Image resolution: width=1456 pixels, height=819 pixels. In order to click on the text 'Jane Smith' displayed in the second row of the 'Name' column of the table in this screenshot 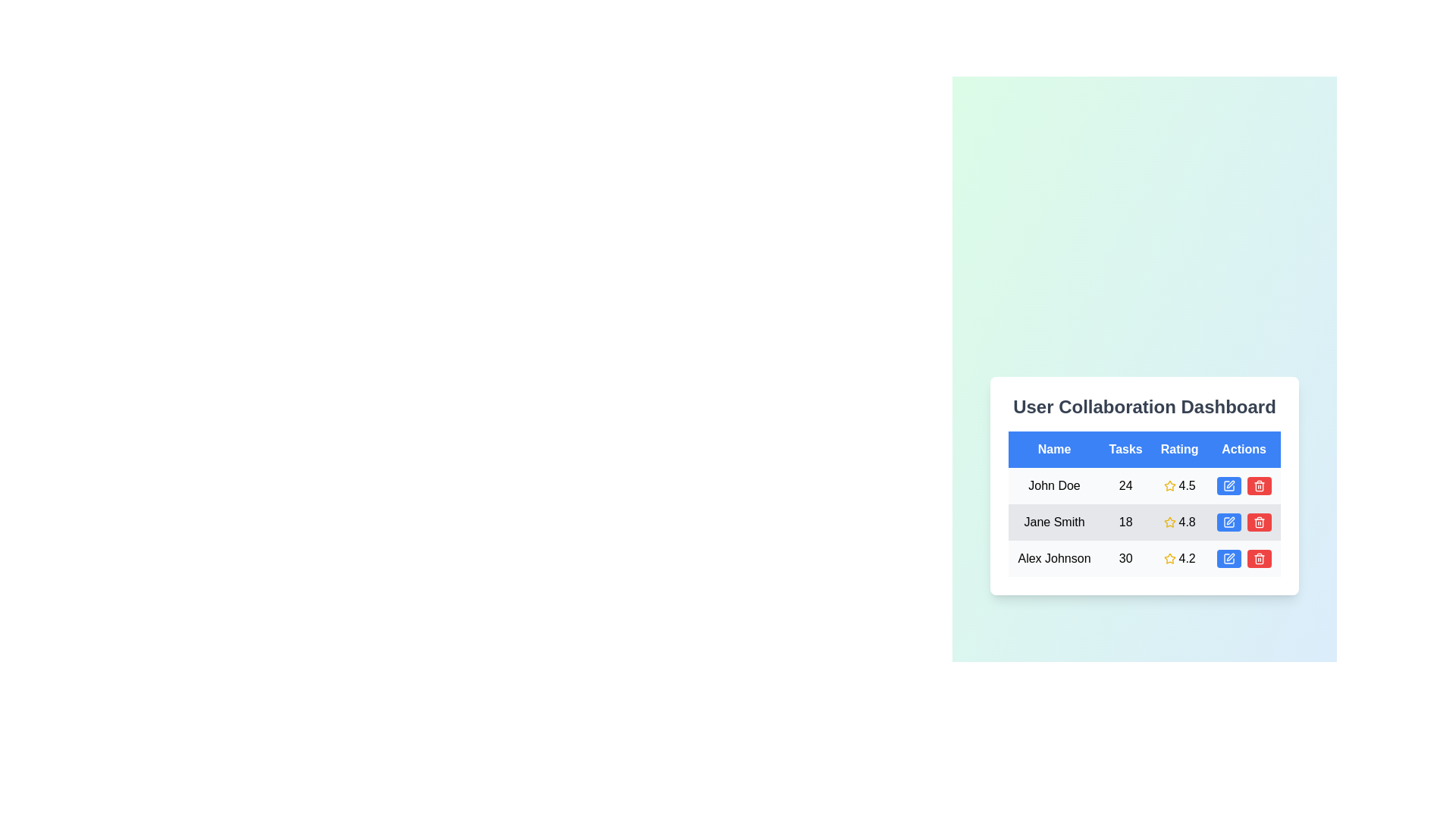, I will do `click(1053, 522)`.